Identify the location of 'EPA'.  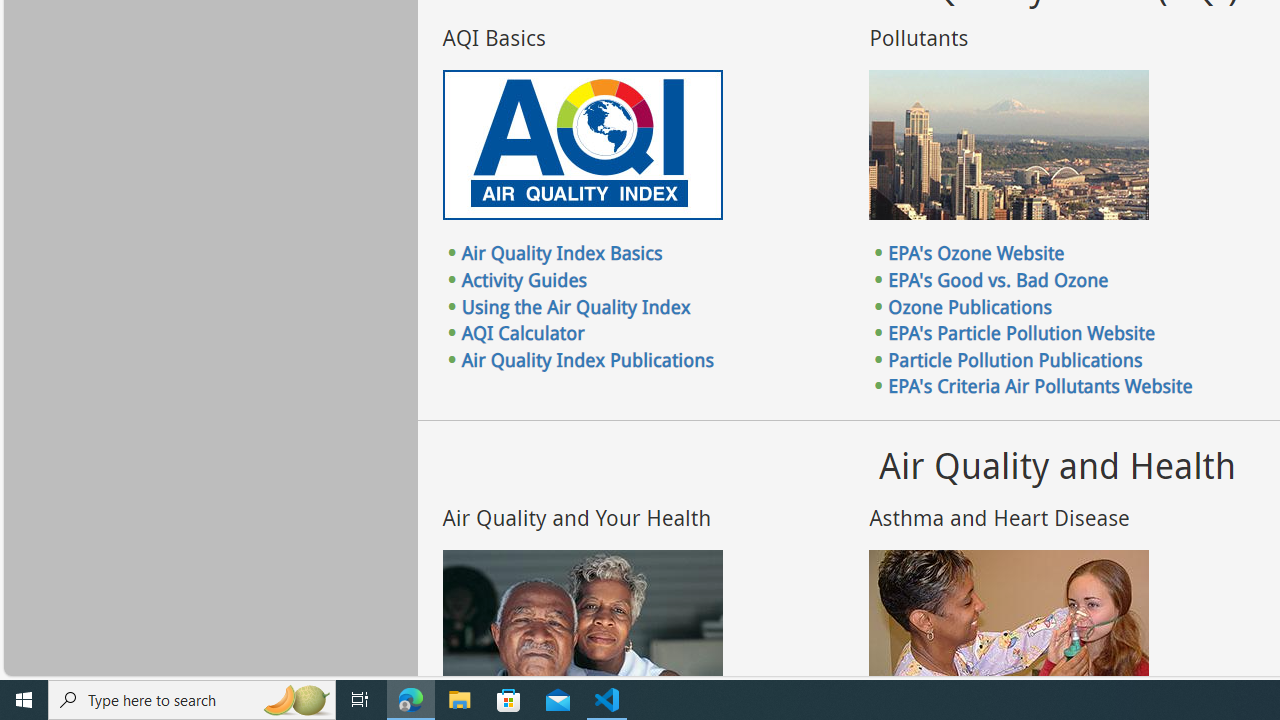
(1022, 332).